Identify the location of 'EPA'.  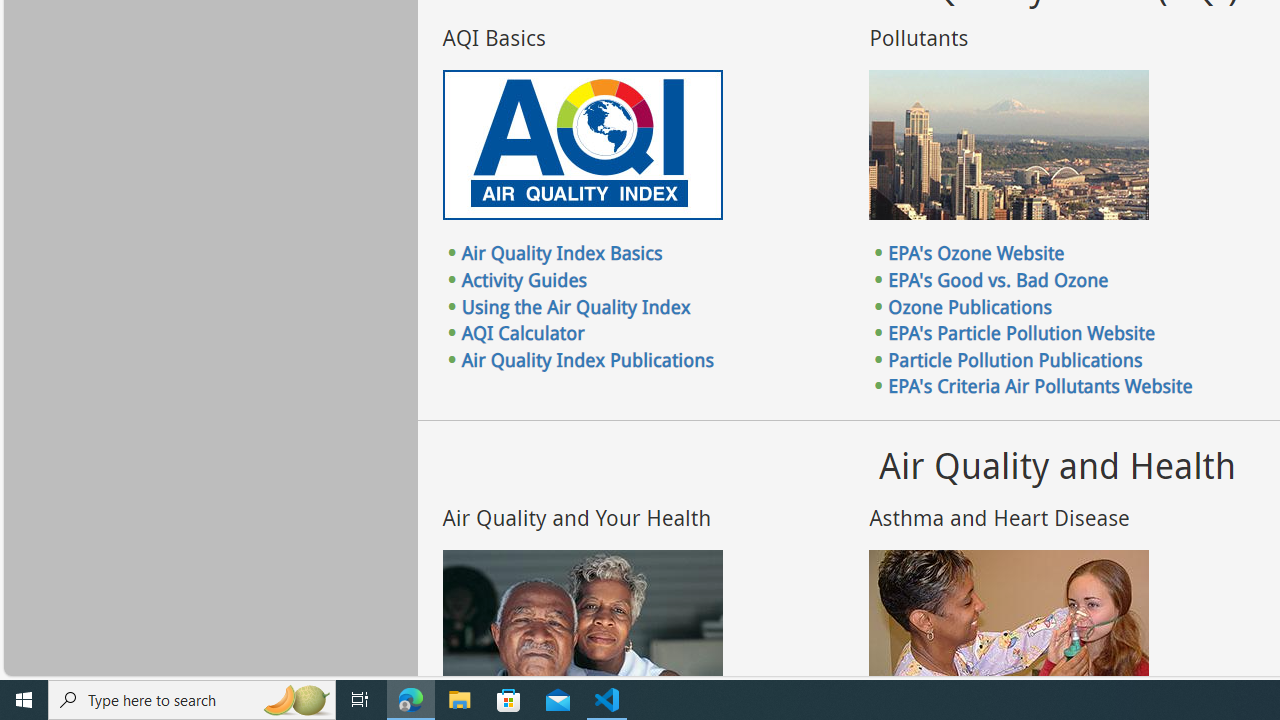
(1022, 332).